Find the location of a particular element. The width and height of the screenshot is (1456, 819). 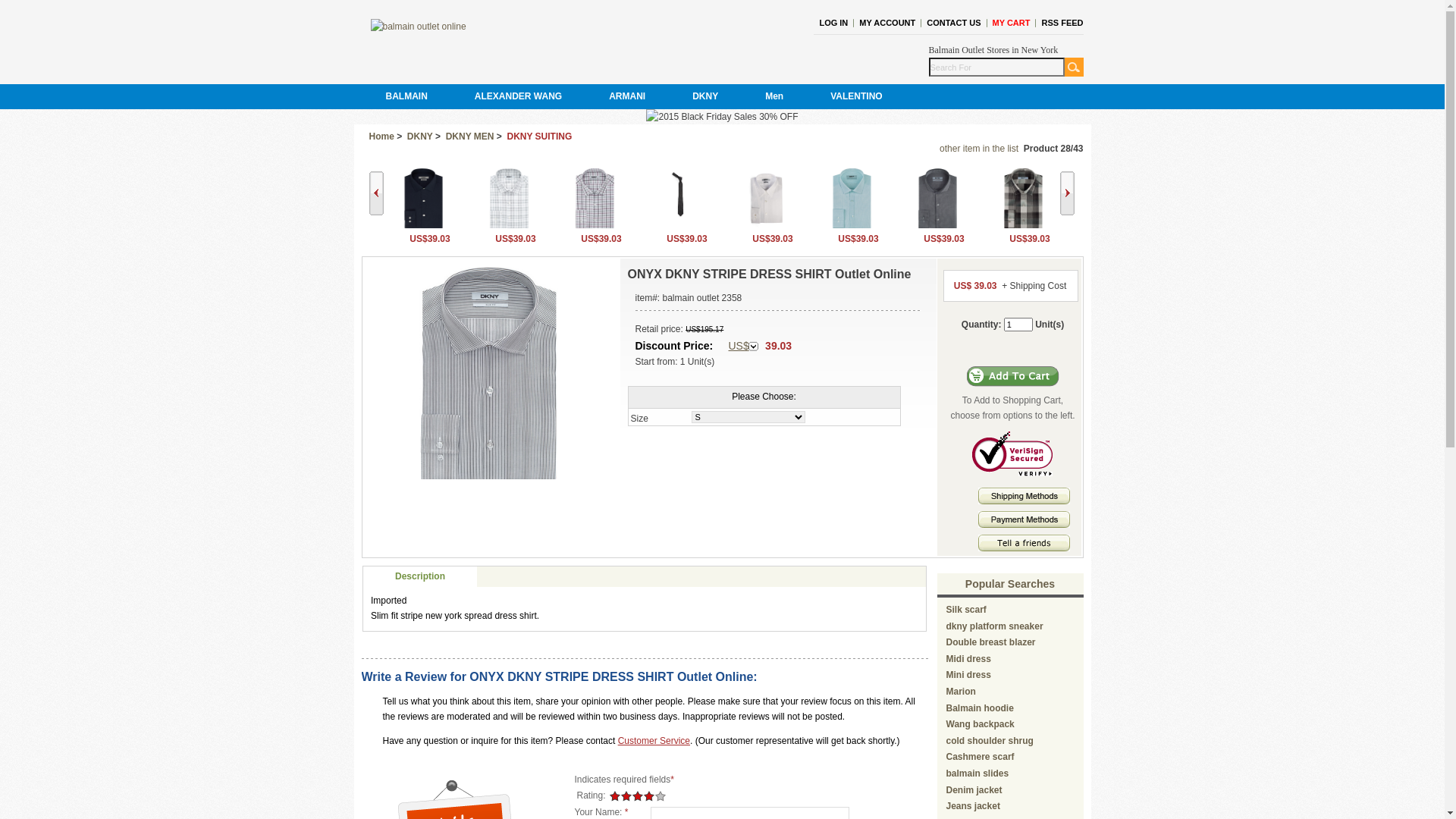

'MY ACCOUNT' is located at coordinates (887, 23).